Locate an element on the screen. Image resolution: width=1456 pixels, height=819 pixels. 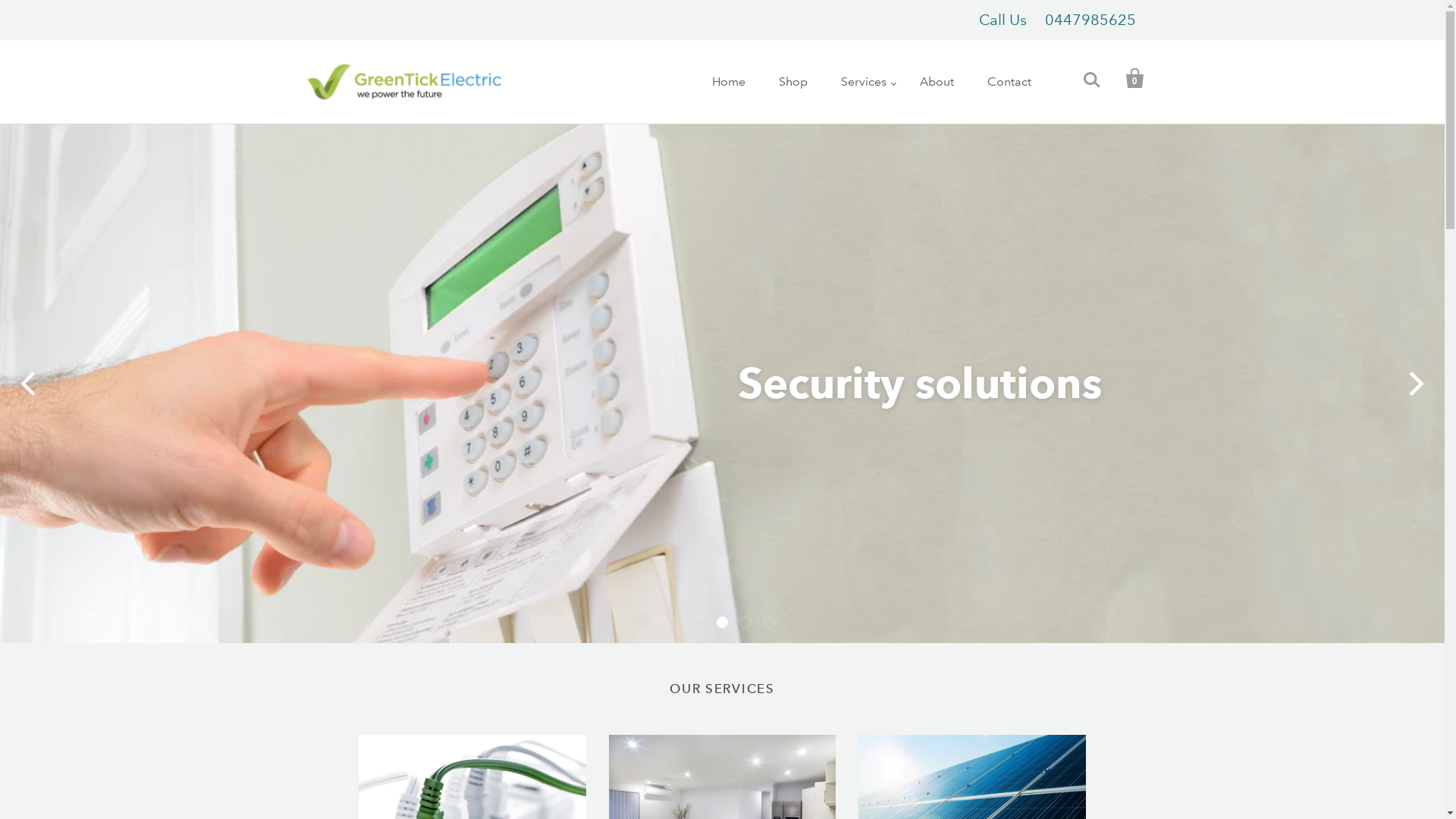
'Contact' is located at coordinates (1009, 80).